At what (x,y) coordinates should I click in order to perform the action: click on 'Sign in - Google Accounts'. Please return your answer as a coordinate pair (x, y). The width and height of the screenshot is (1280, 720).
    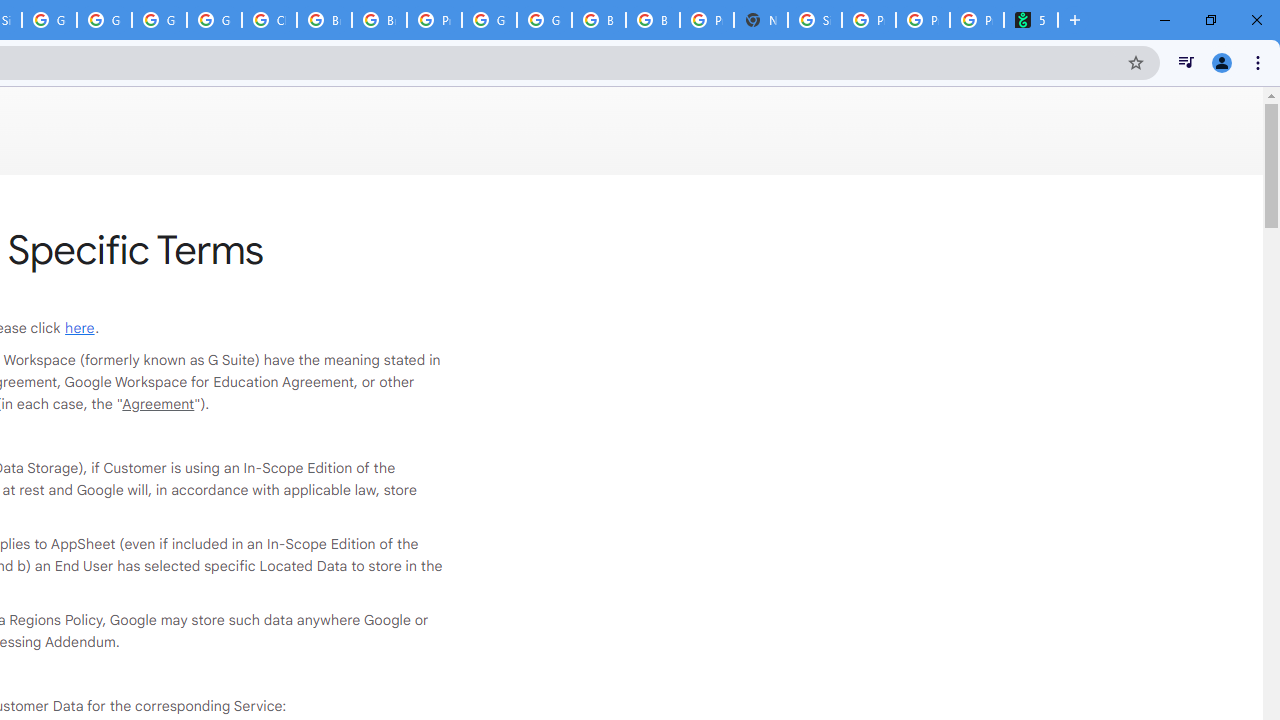
    Looking at the image, I should click on (815, 20).